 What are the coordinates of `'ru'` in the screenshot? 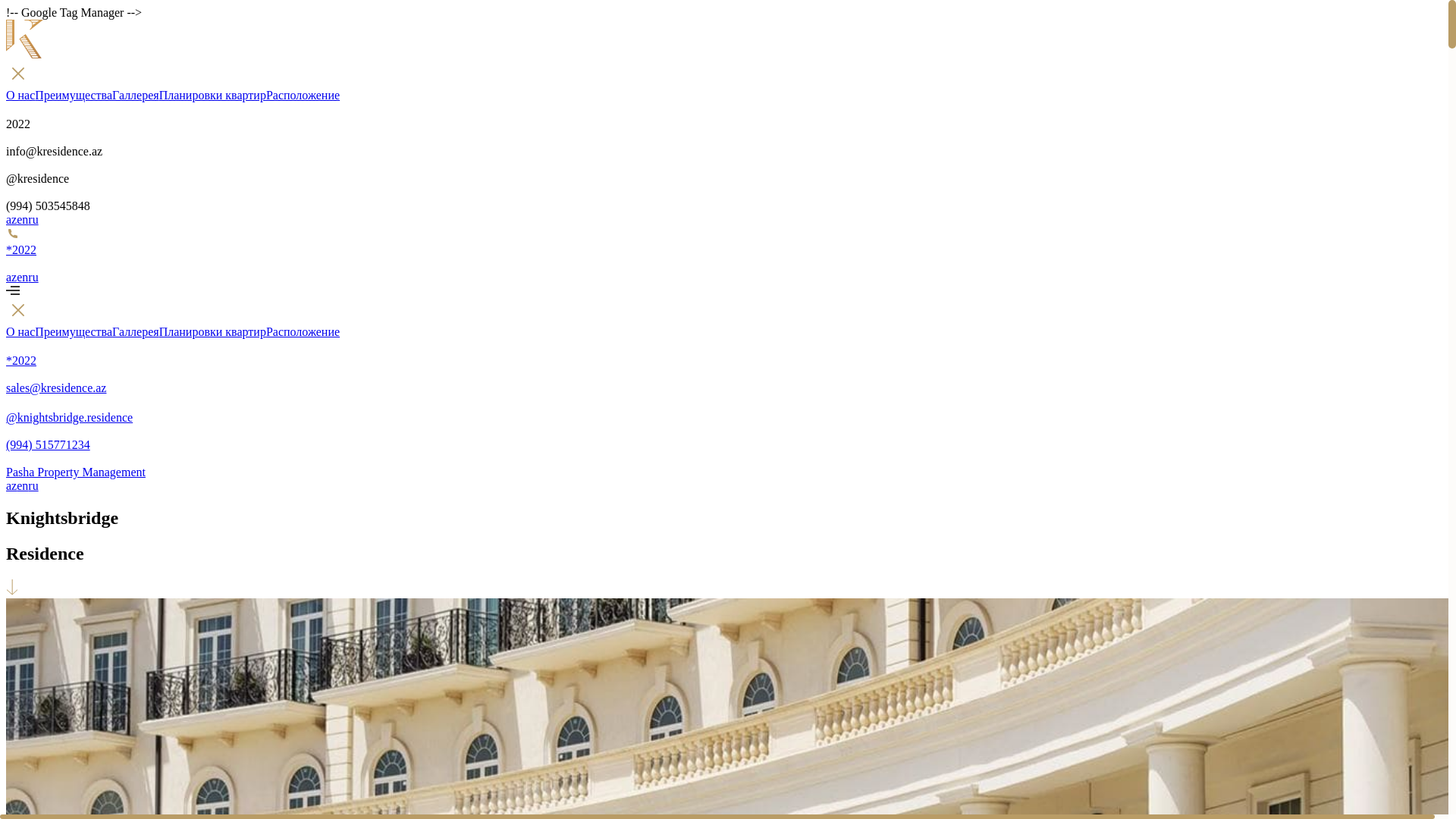 It's located at (33, 277).